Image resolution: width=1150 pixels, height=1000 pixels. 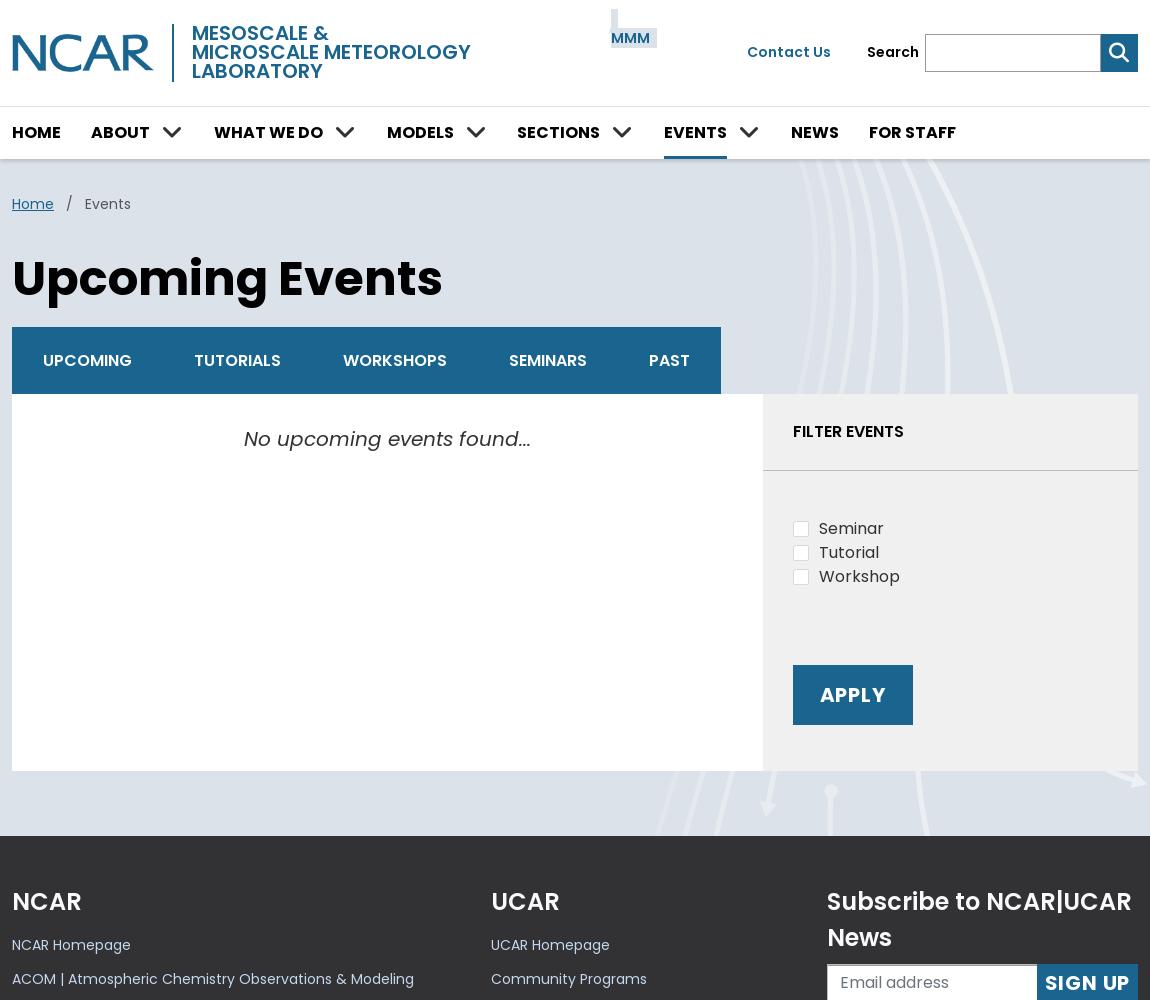 I want to click on 'Seminars', so click(x=547, y=358).